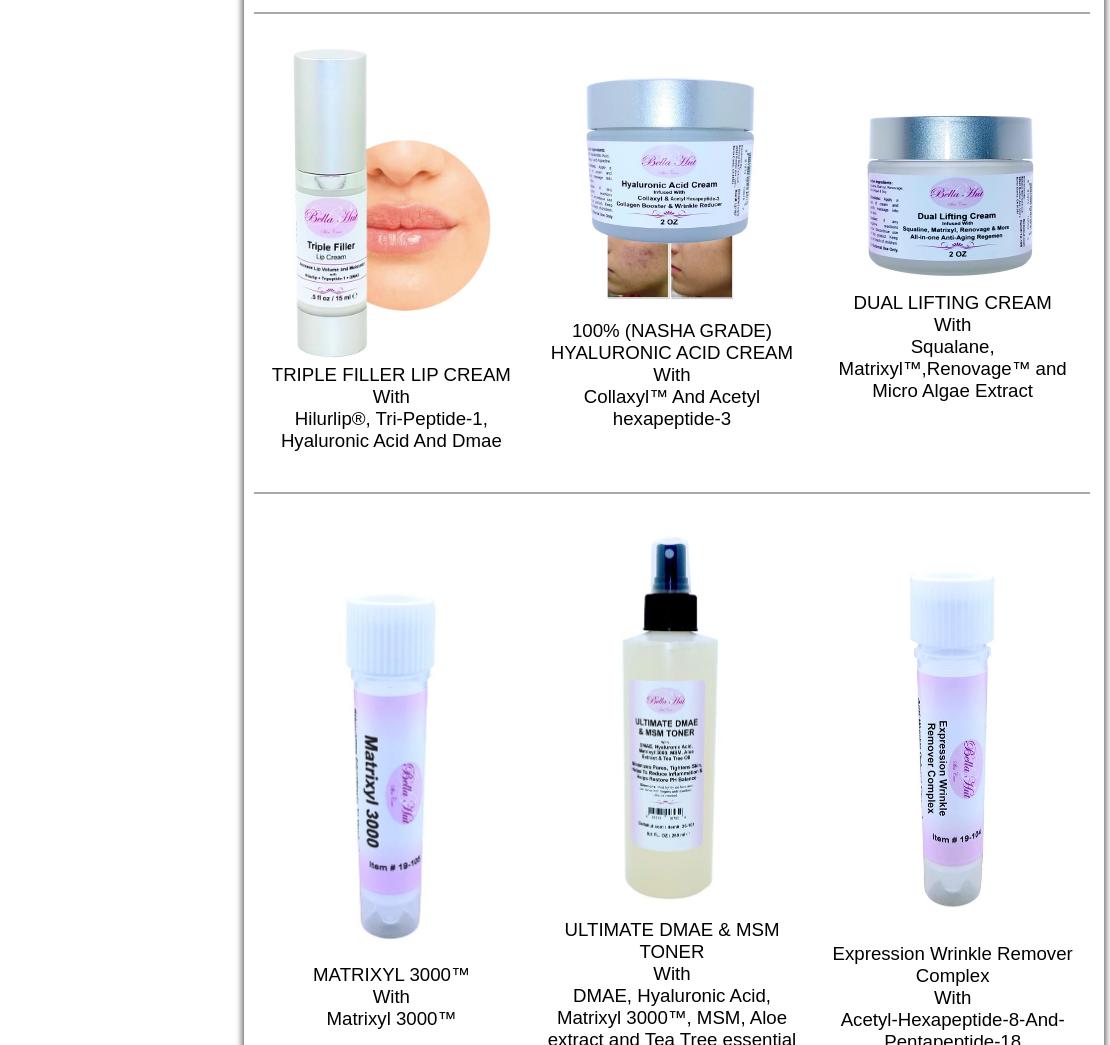  Describe the element at coordinates (951, 302) in the screenshot. I see `'DUAL LIFTING CREAM'` at that location.